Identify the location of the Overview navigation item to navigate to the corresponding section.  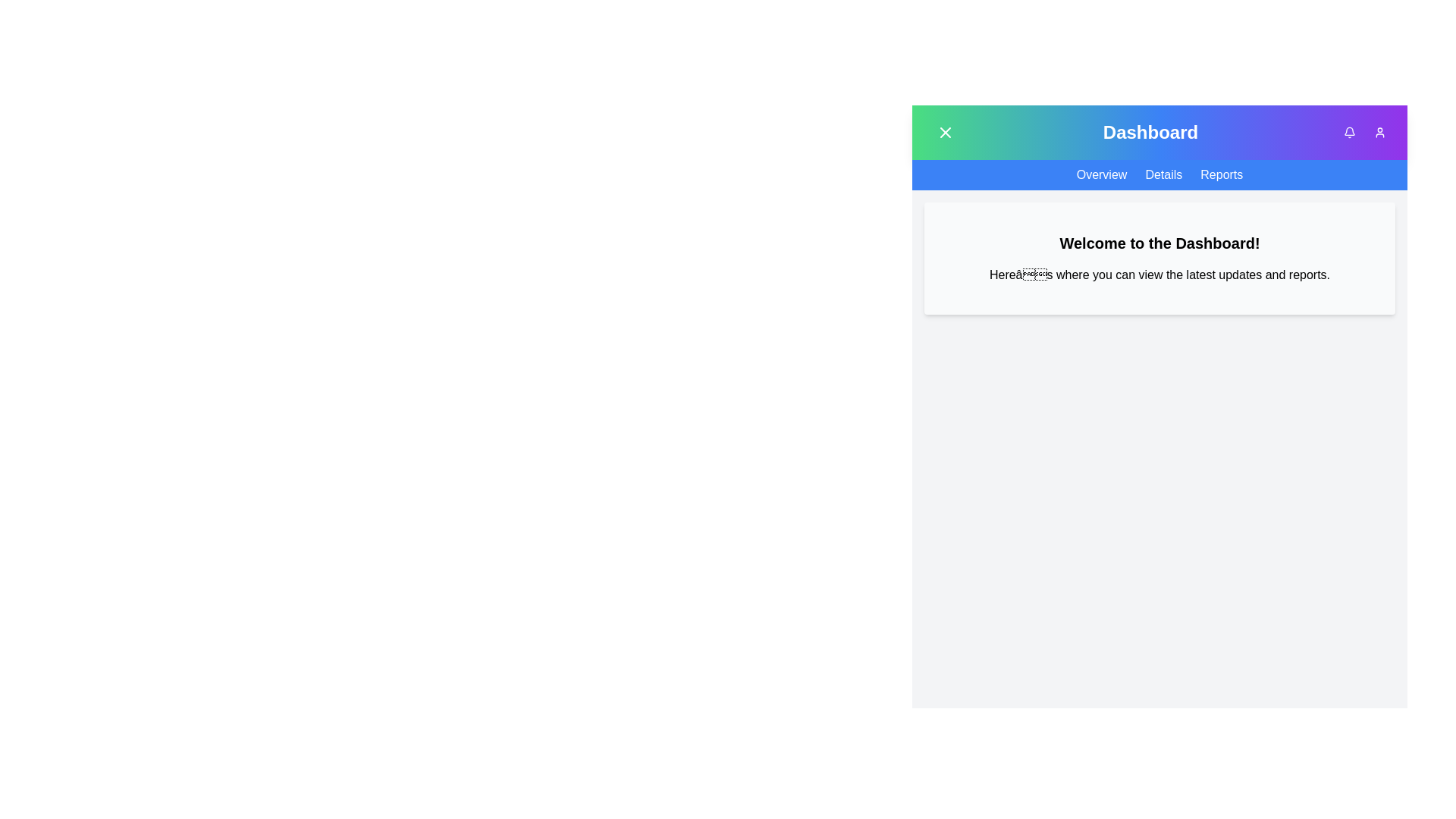
(1102, 174).